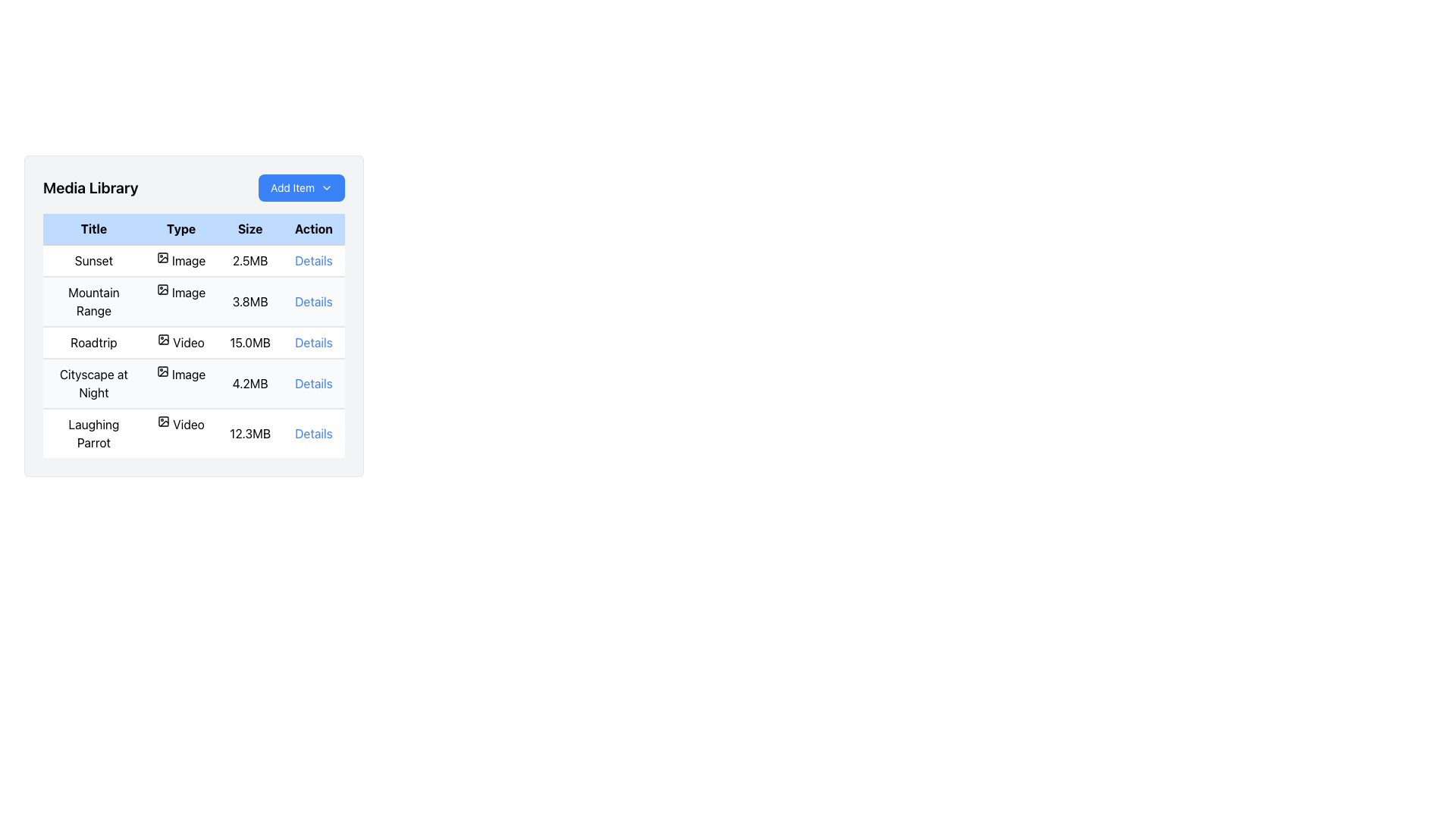 The width and height of the screenshot is (1456, 819). Describe the element at coordinates (181, 342) in the screenshot. I see `the text label with an icon that indicates the media type for the 'Roadtrip' entry, which denotes it is a video file` at that location.